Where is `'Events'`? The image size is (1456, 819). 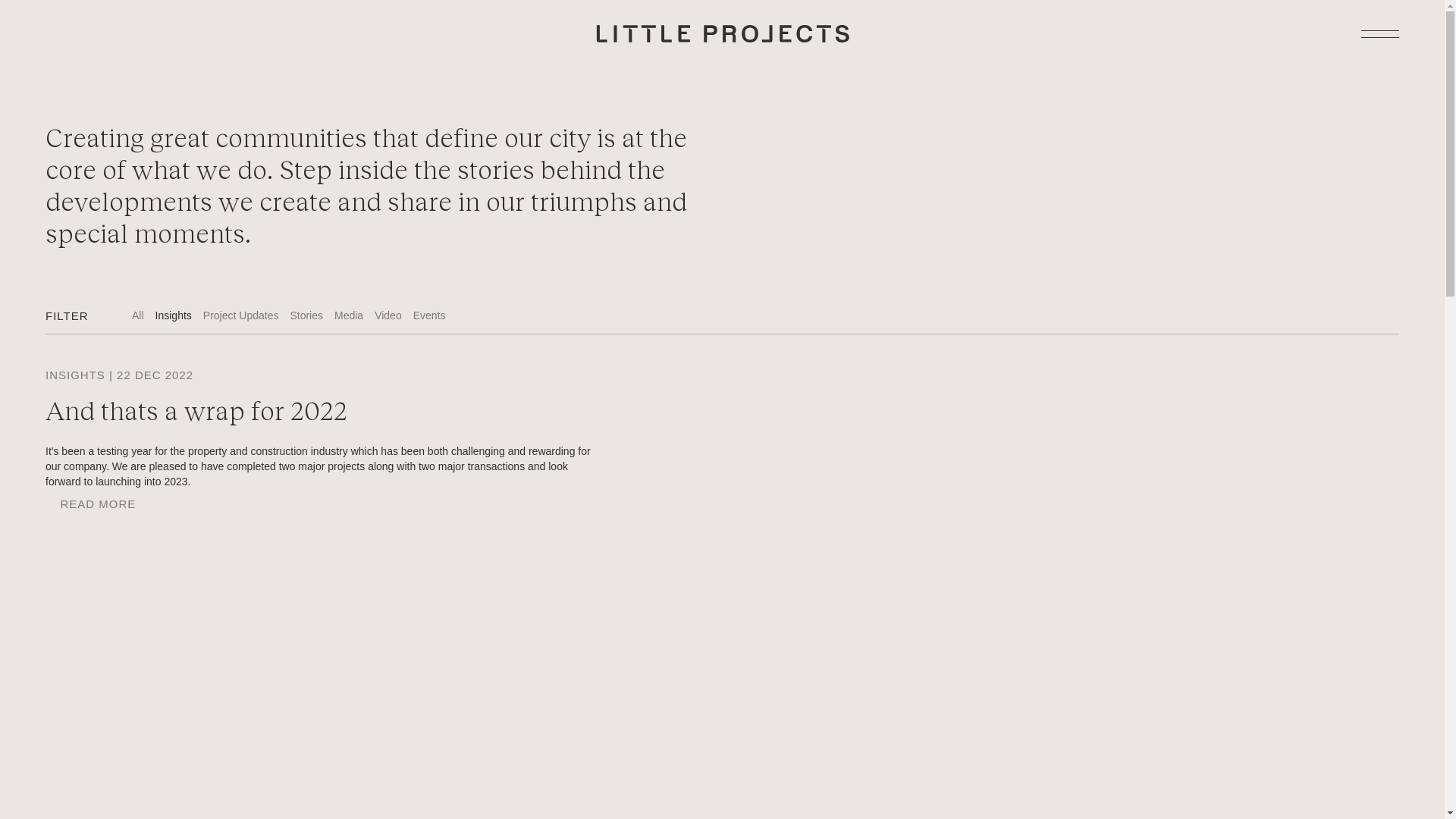
'Events' is located at coordinates (428, 315).